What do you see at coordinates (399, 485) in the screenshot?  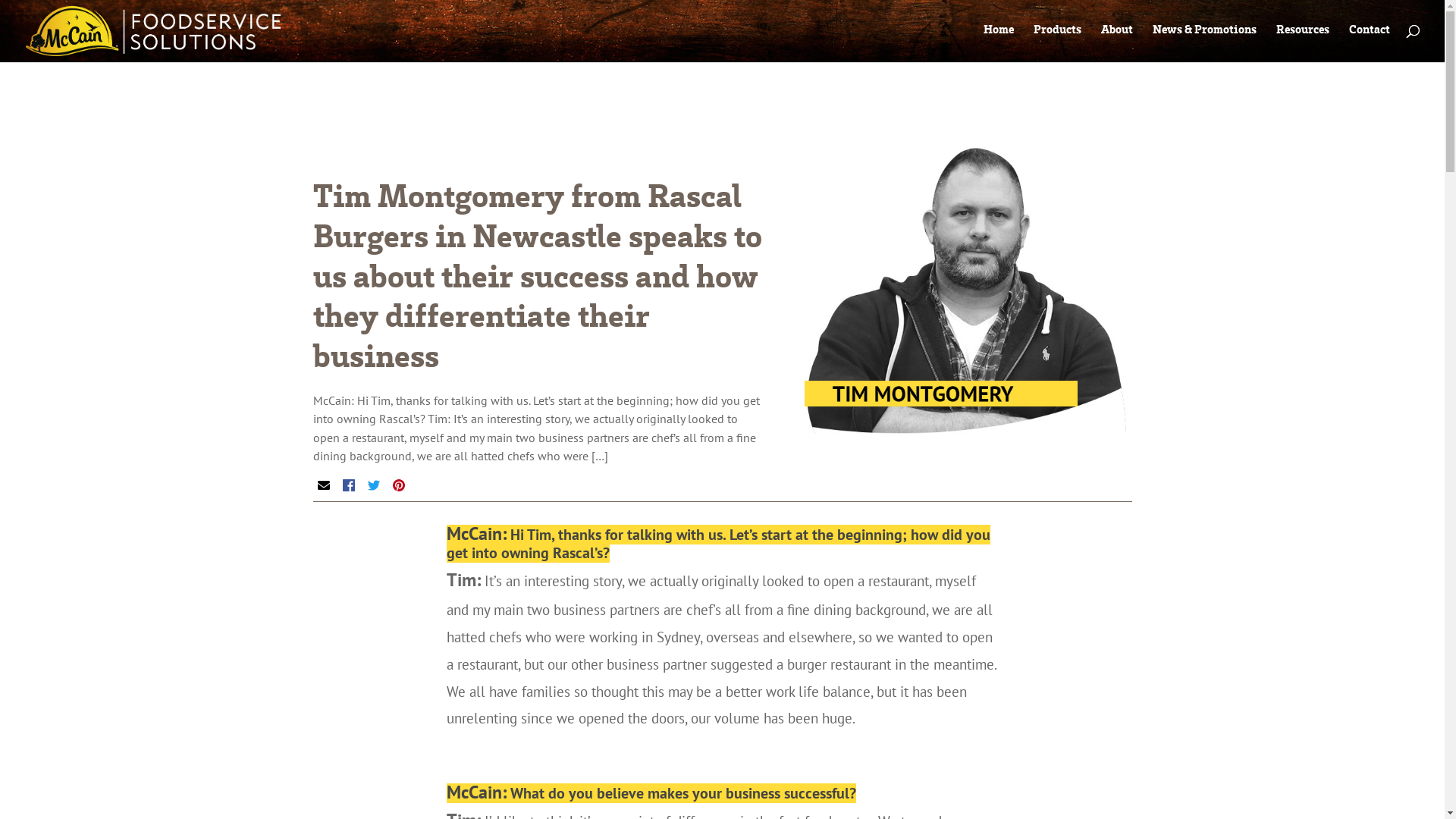 I see `'Pin It'` at bounding box center [399, 485].